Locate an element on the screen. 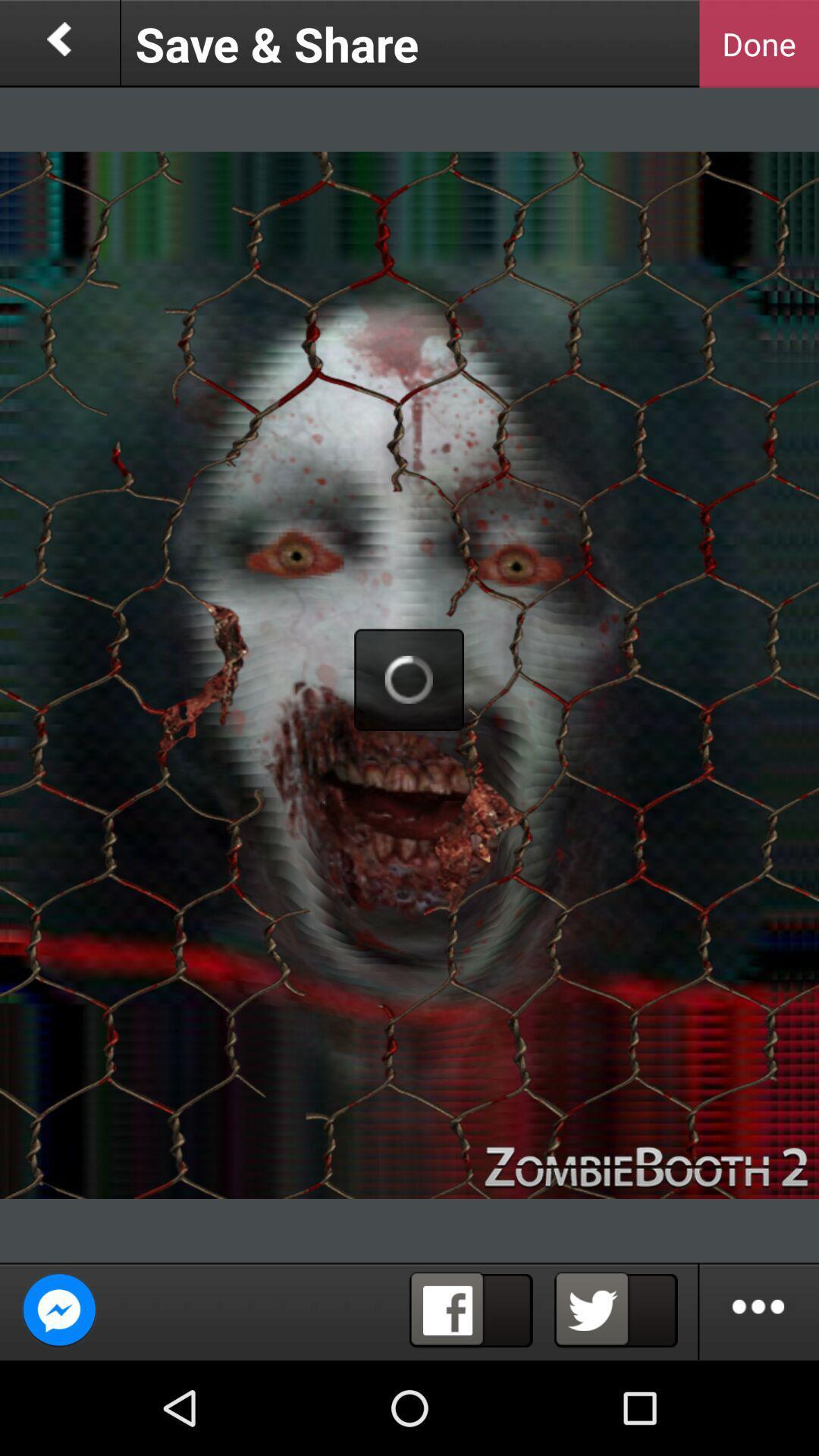 This screenshot has width=819, height=1456. tweet is located at coordinates (616, 1310).